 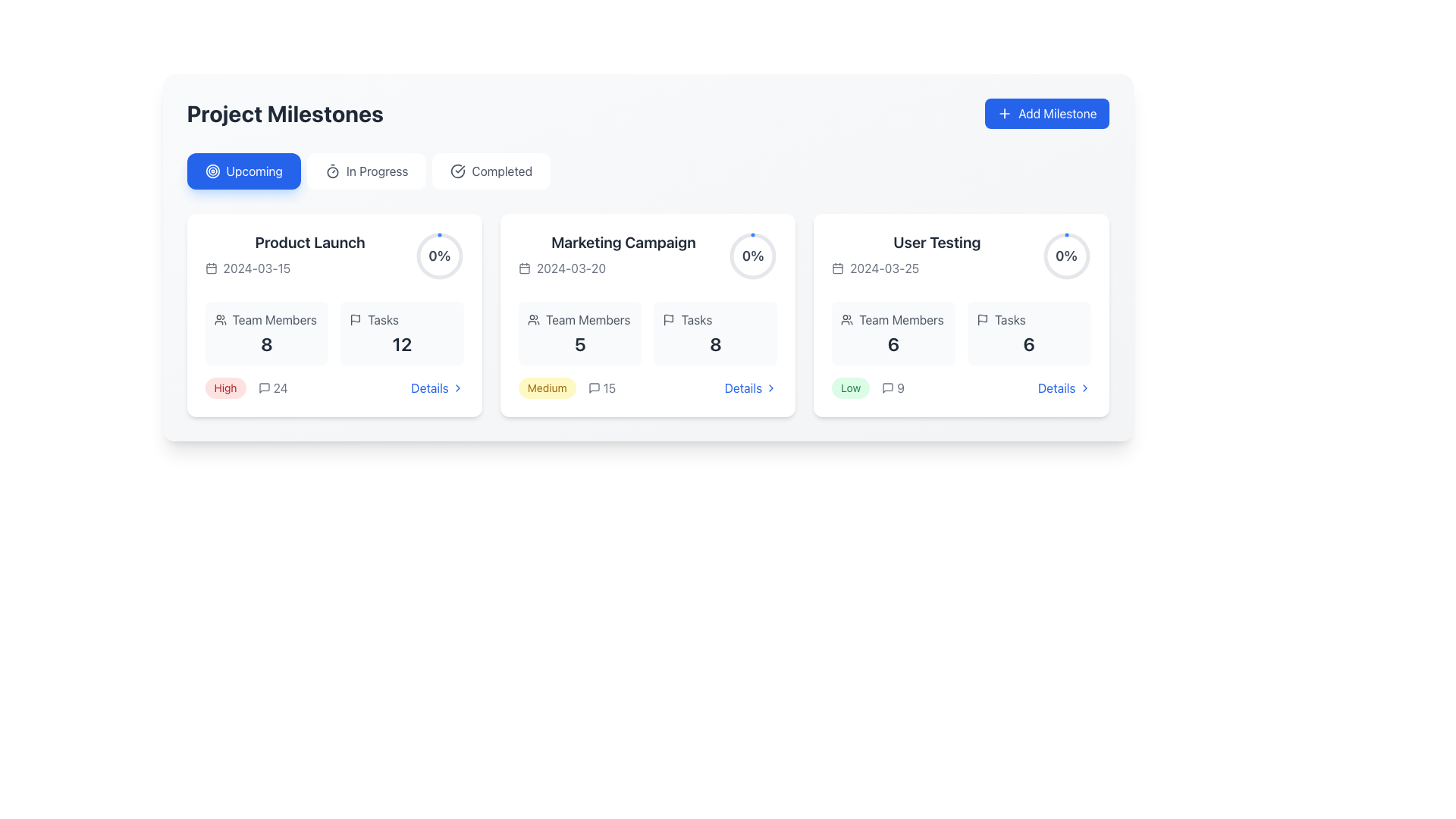 What do you see at coordinates (1084, 388) in the screenshot?
I see `the right-pointing chevron icon located to the far right of the 'Details' label in the third milestone card (User Testing) within the 'Project Milestones' section to trigger potential hover effects` at bounding box center [1084, 388].